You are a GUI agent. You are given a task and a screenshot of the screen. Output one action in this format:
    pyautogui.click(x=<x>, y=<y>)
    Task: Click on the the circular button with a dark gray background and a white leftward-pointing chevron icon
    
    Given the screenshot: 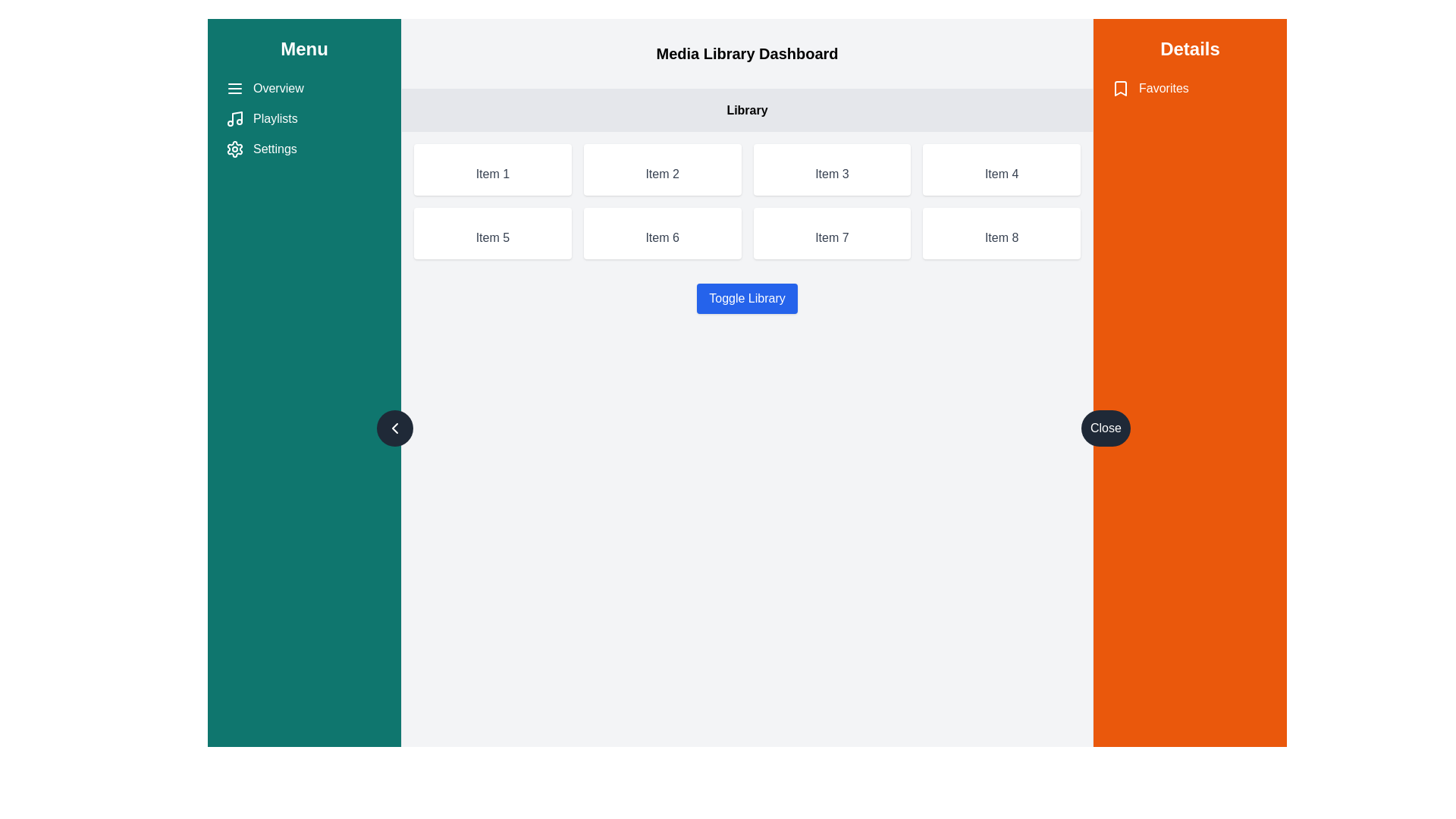 What is the action you would take?
    pyautogui.click(x=395, y=428)
    